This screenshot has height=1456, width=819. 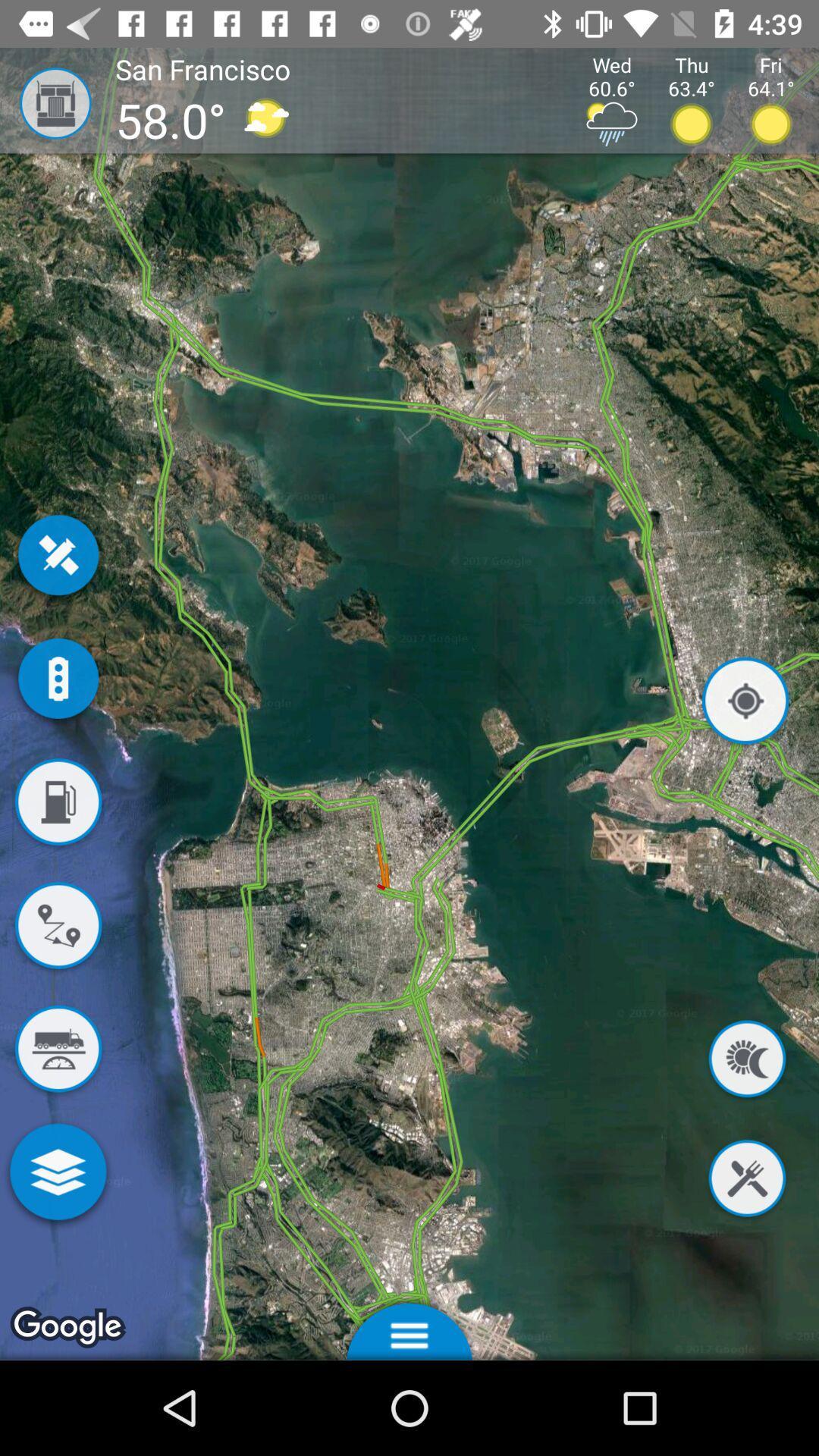 What do you see at coordinates (746, 1180) in the screenshot?
I see `the close icon` at bounding box center [746, 1180].